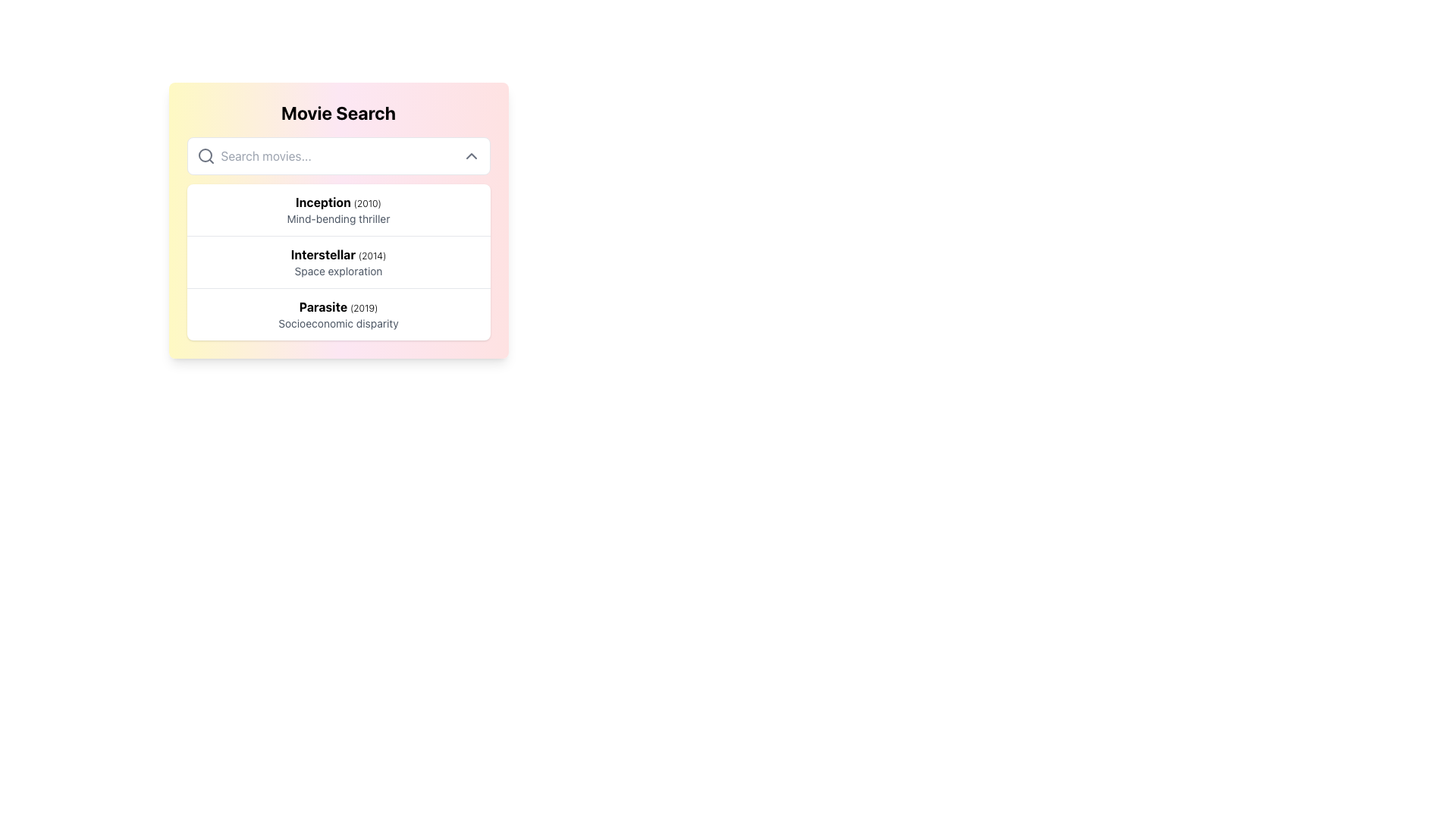 Image resolution: width=1456 pixels, height=819 pixels. I want to click on the textual content 'Mind-bending thriller' displayed in a smaller font size and lighter gray color, so click(337, 219).